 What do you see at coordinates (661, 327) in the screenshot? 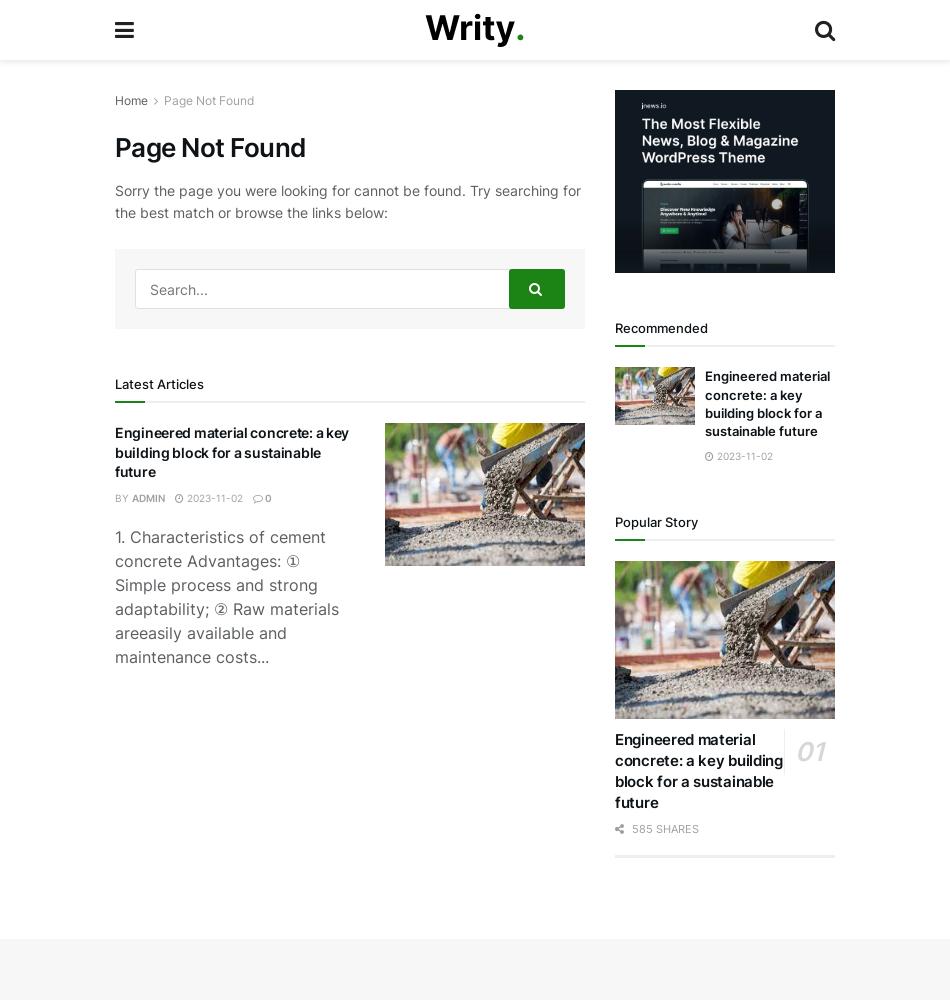
I see `'Recommended'` at bounding box center [661, 327].